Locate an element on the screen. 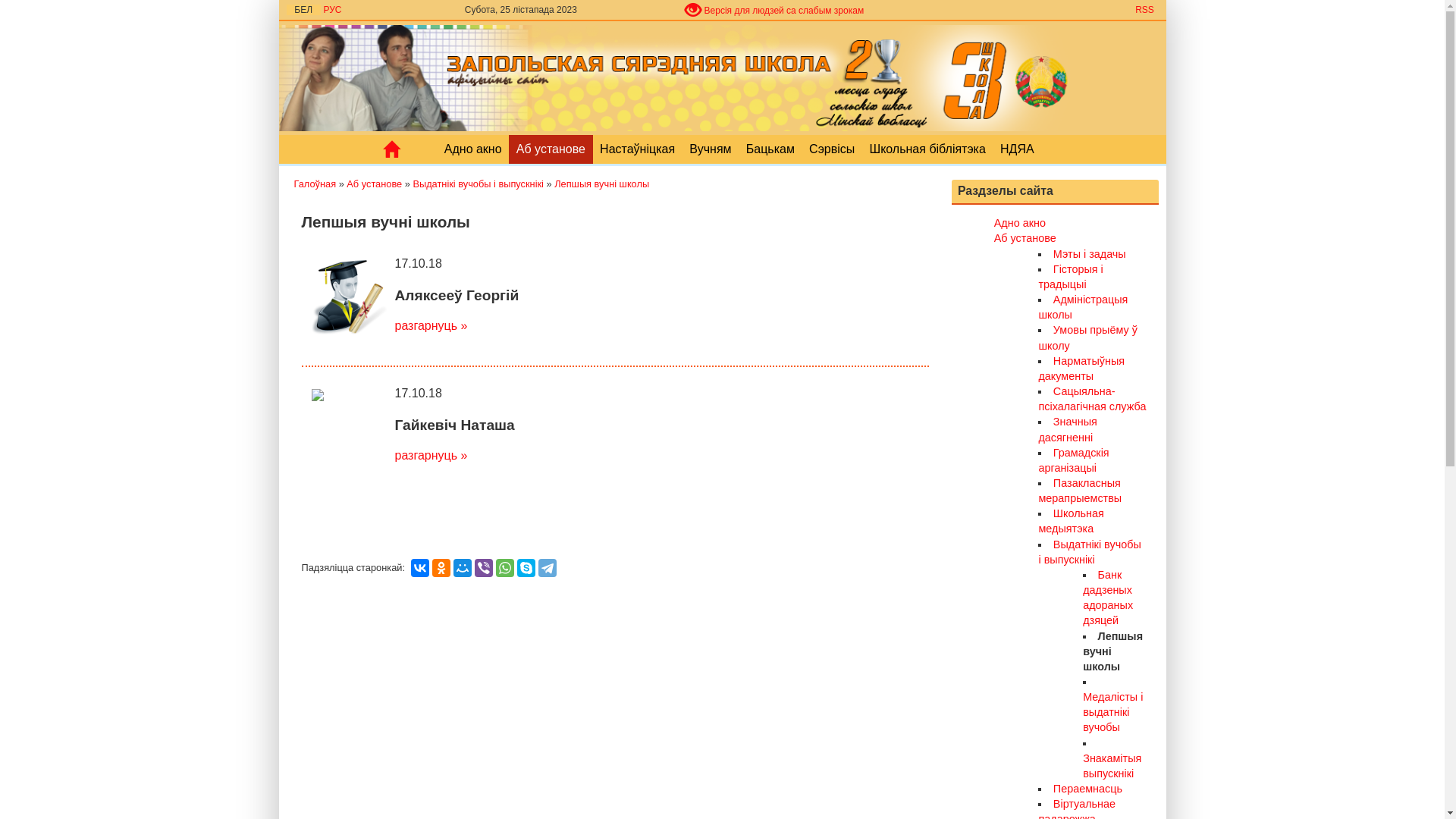 The image size is (1456, 819). 'RSS' is located at coordinates (1144, 9).